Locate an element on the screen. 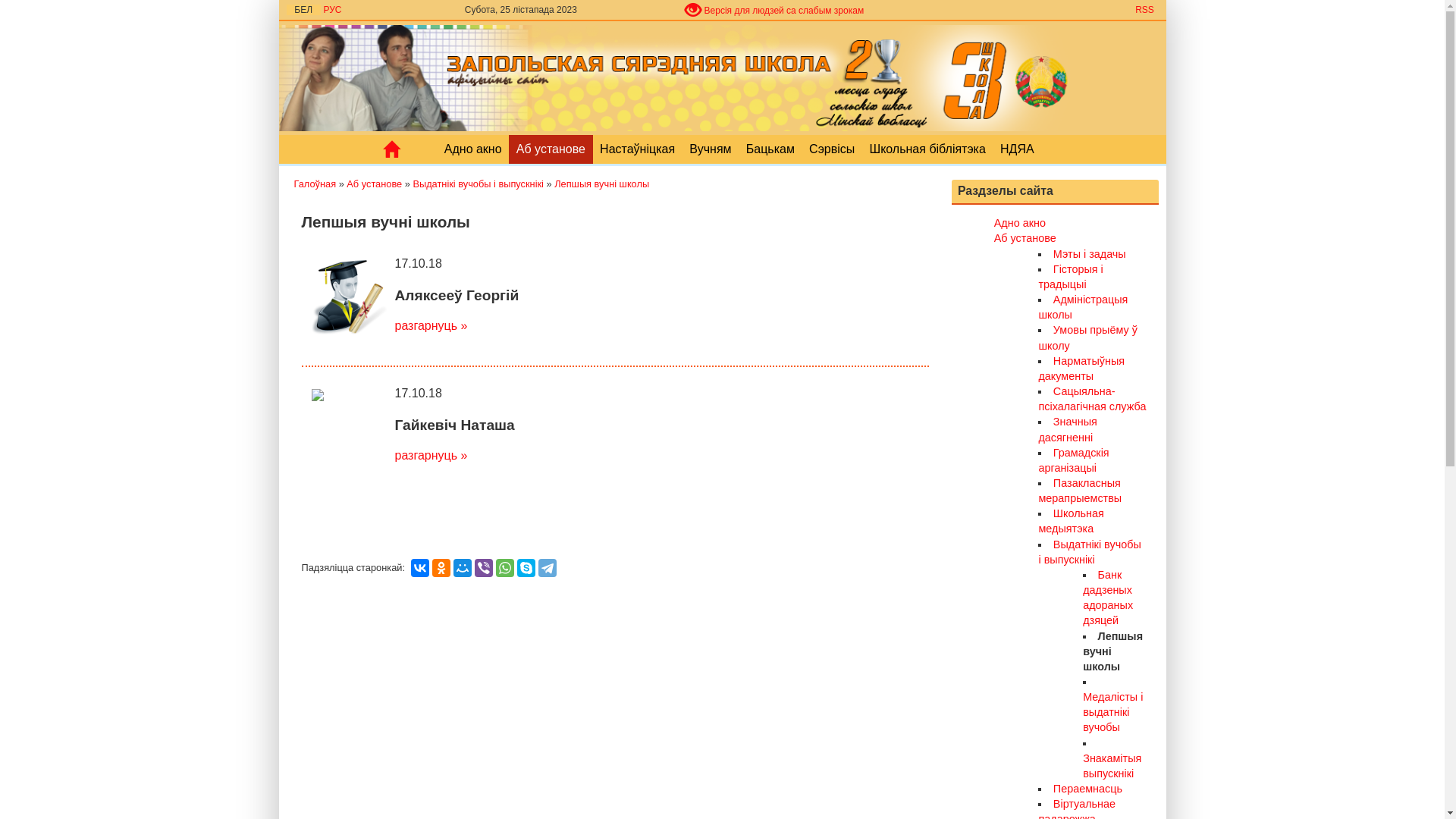 The image size is (1456, 819). 'RSS' is located at coordinates (1144, 9).